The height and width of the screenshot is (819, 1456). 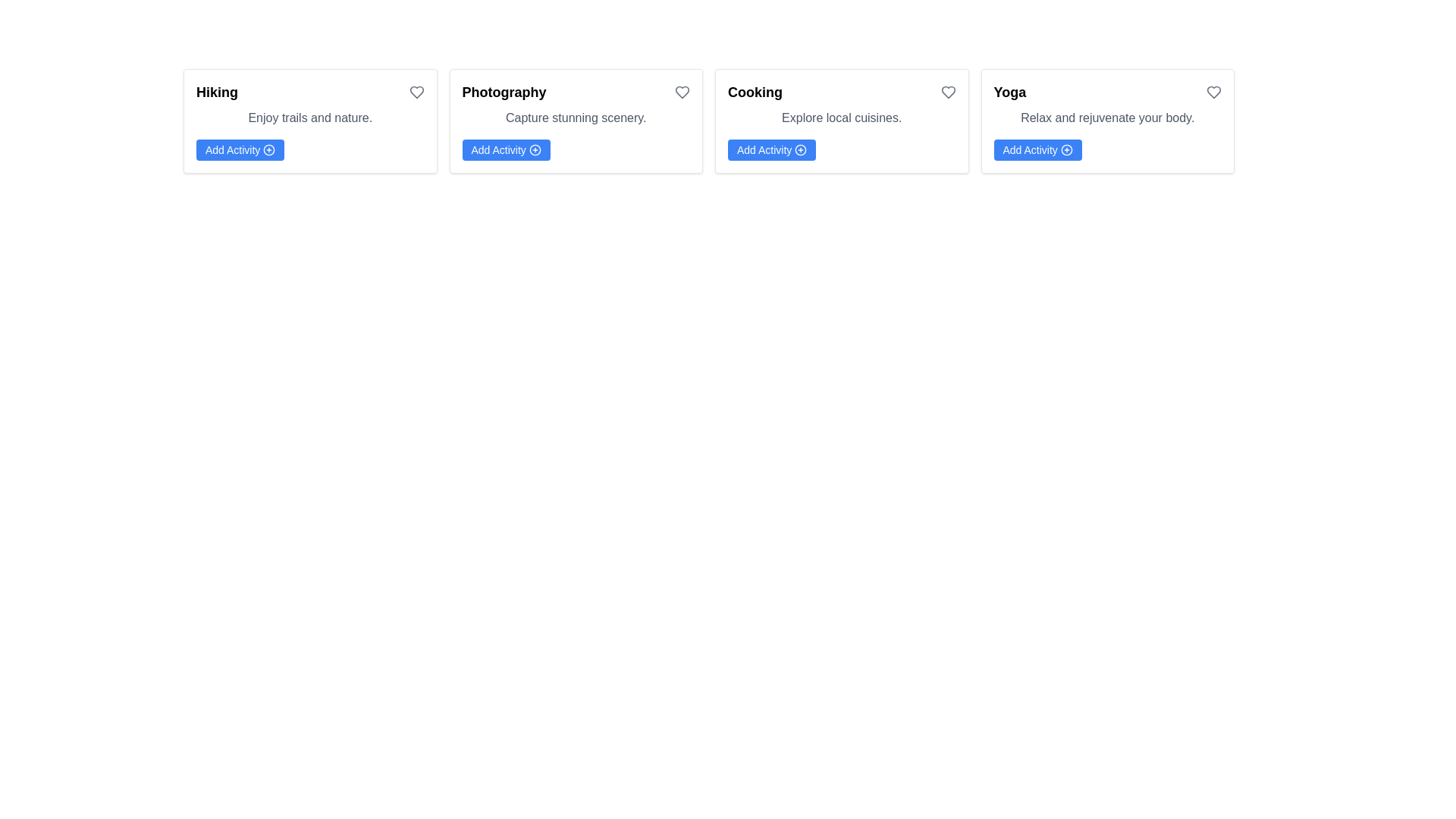 What do you see at coordinates (841, 117) in the screenshot?
I see `the text label that reads 'Explore local cuisines.' positioned beneath the title 'Cooking' in the Cooking activity card` at bounding box center [841, 117].